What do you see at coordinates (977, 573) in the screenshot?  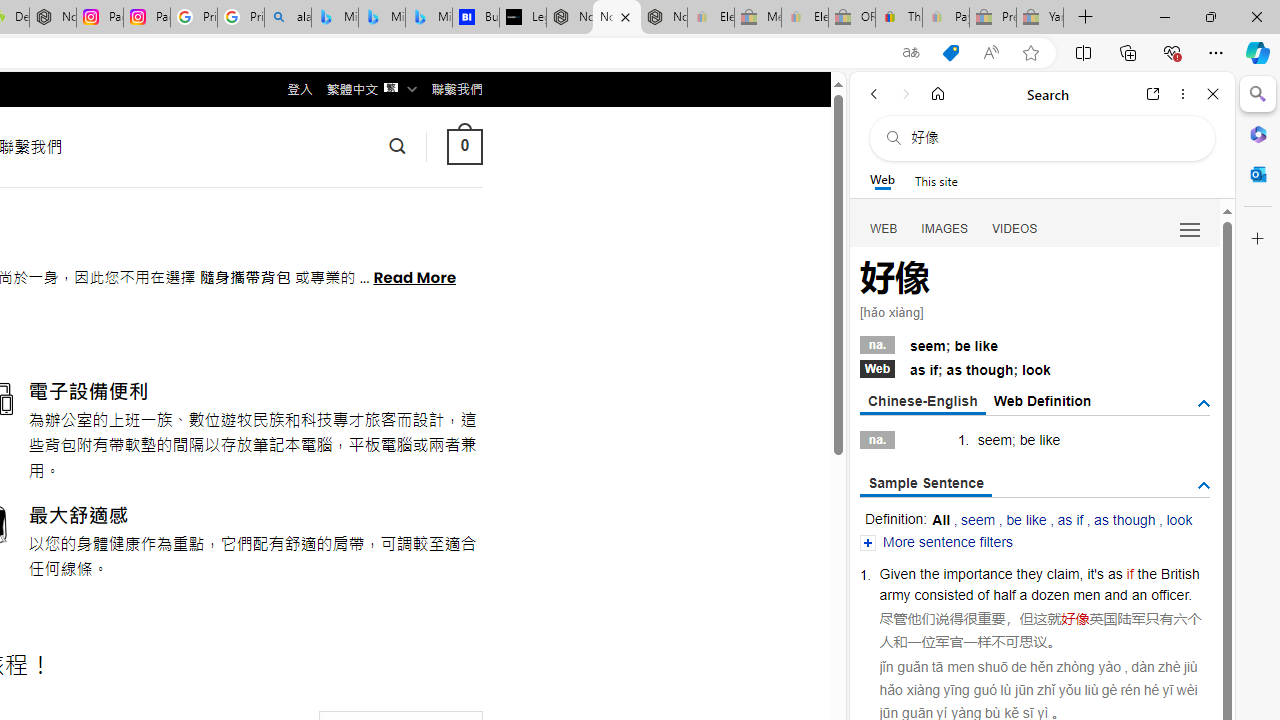 I see `'importance'` at bounding box center [977, 573].